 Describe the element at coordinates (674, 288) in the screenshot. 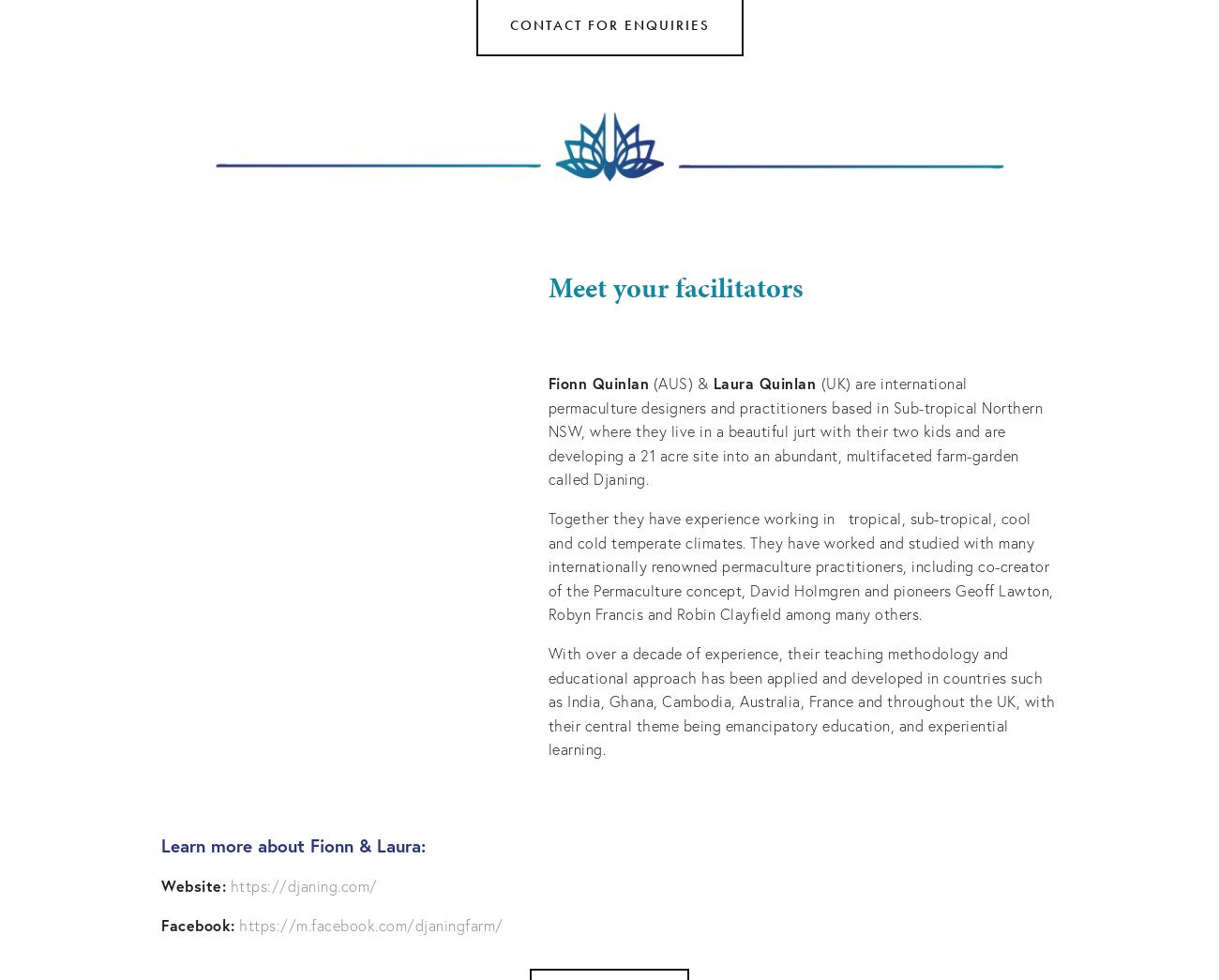

I see `'Meet your facilitators'` at that location.